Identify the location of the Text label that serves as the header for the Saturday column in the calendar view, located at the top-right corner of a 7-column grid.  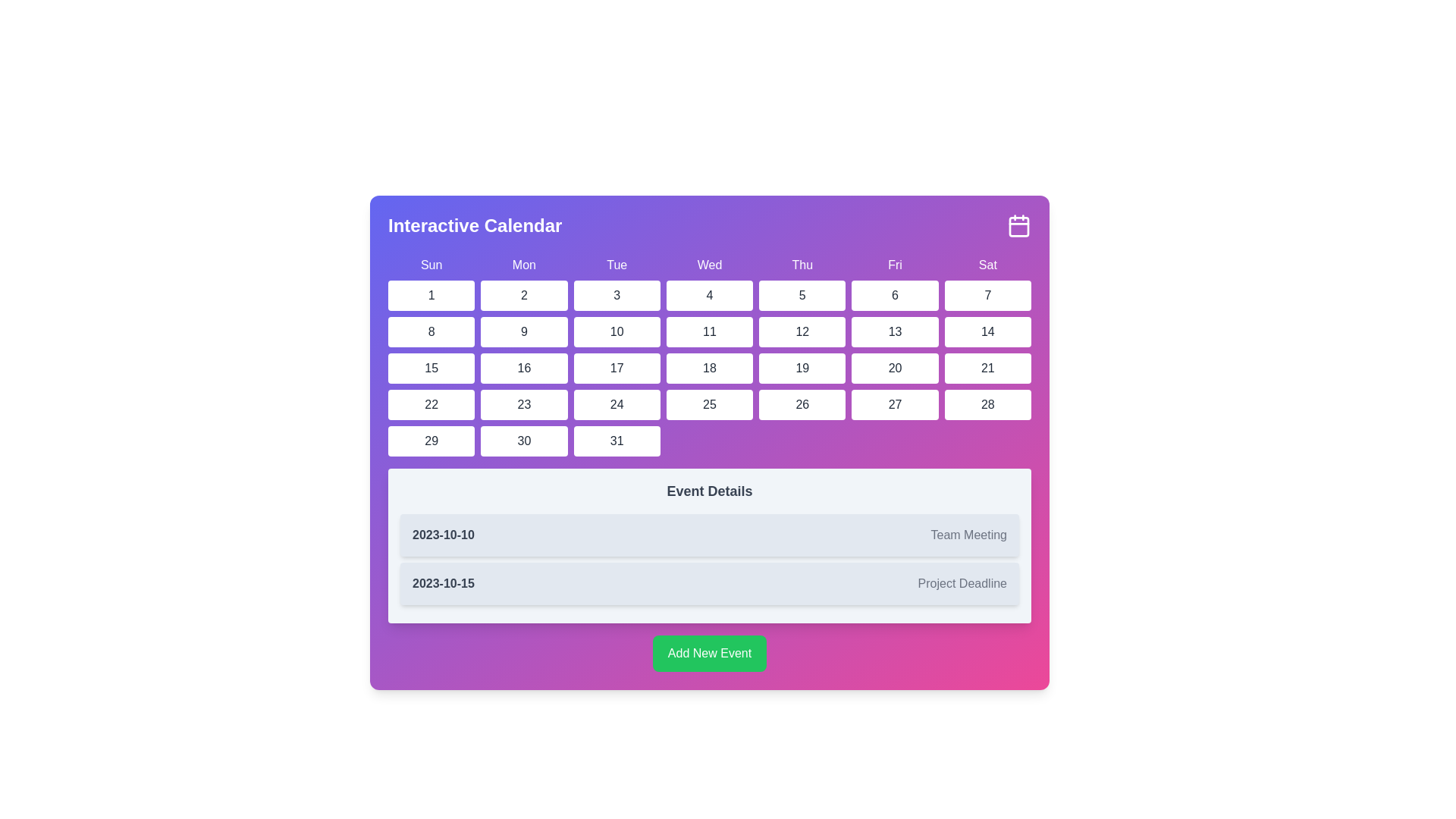
(987, 265).